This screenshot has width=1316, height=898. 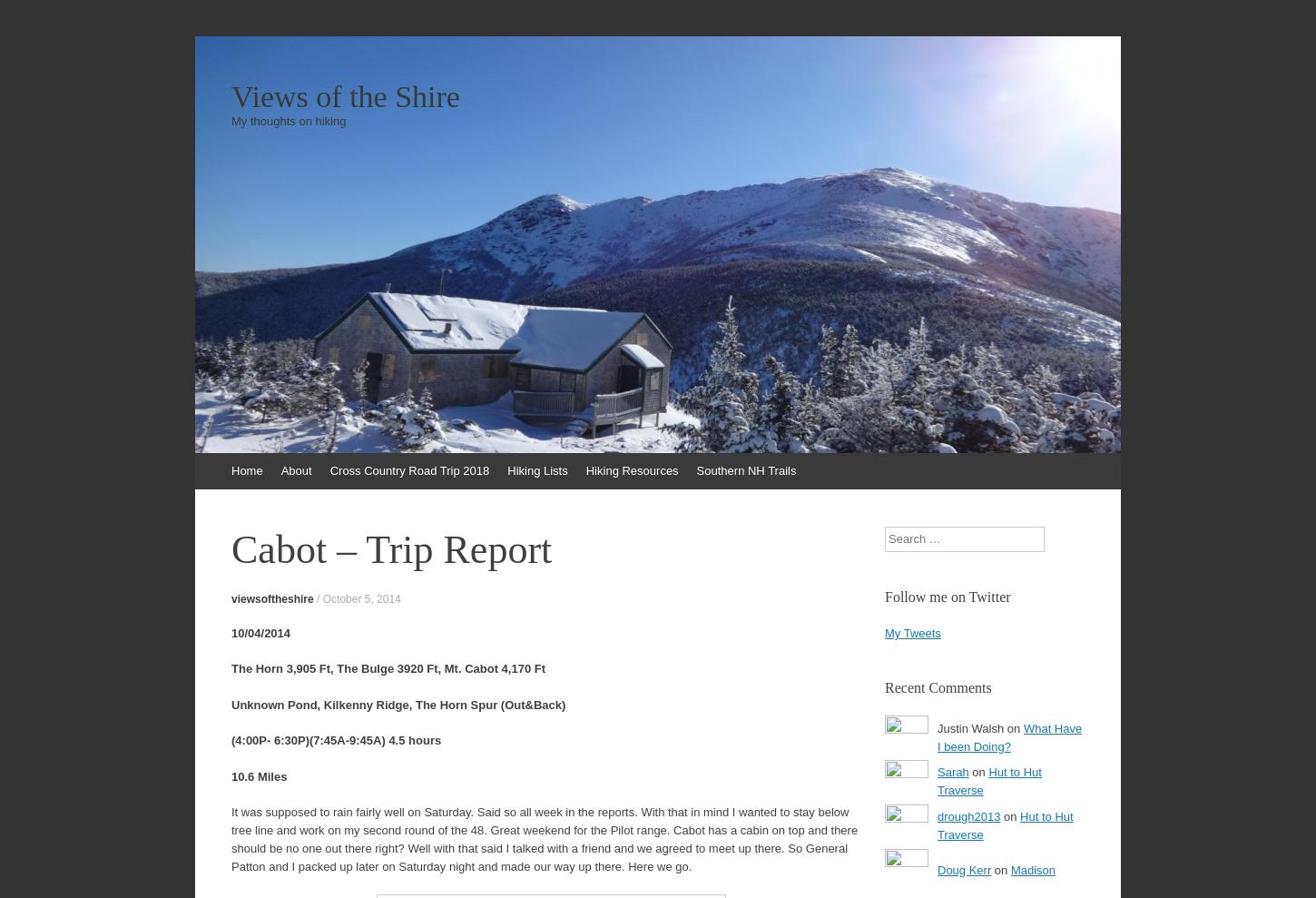 What do you see at coordinates (952, 771) in the screenshot?
I see `'Sarah'` at bounding box center [952, 771].